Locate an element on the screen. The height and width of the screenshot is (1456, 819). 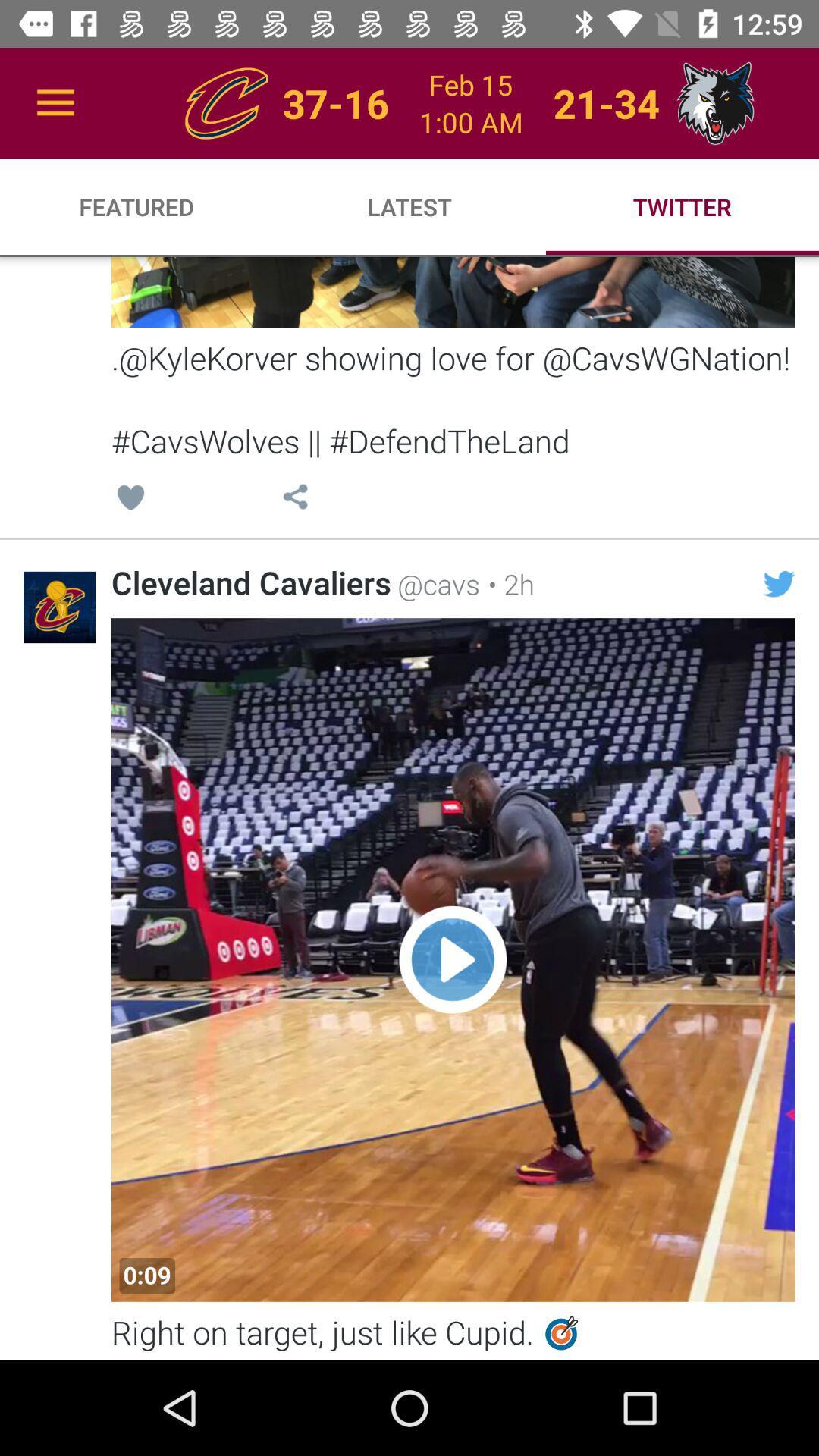
the icon to the left of the @cavs icon is located at coordinates (250, 582).